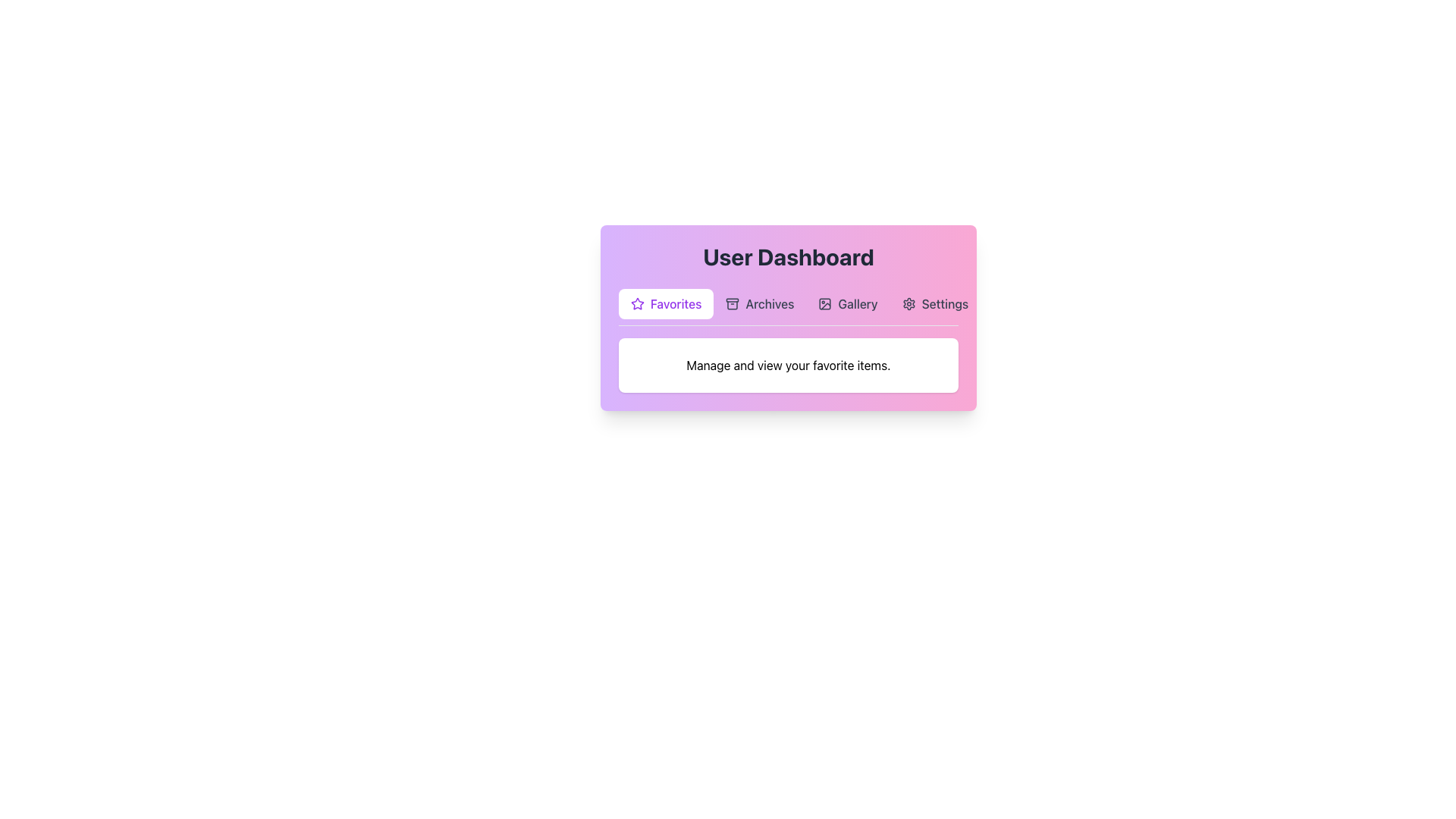 Image resolution: width=1456 pixels, height=819 pixels. Describe the element at coordinates (637, 303) in the screenshot. I see `the five-pointed star icon in the 'Favorites' navigation` at that location.